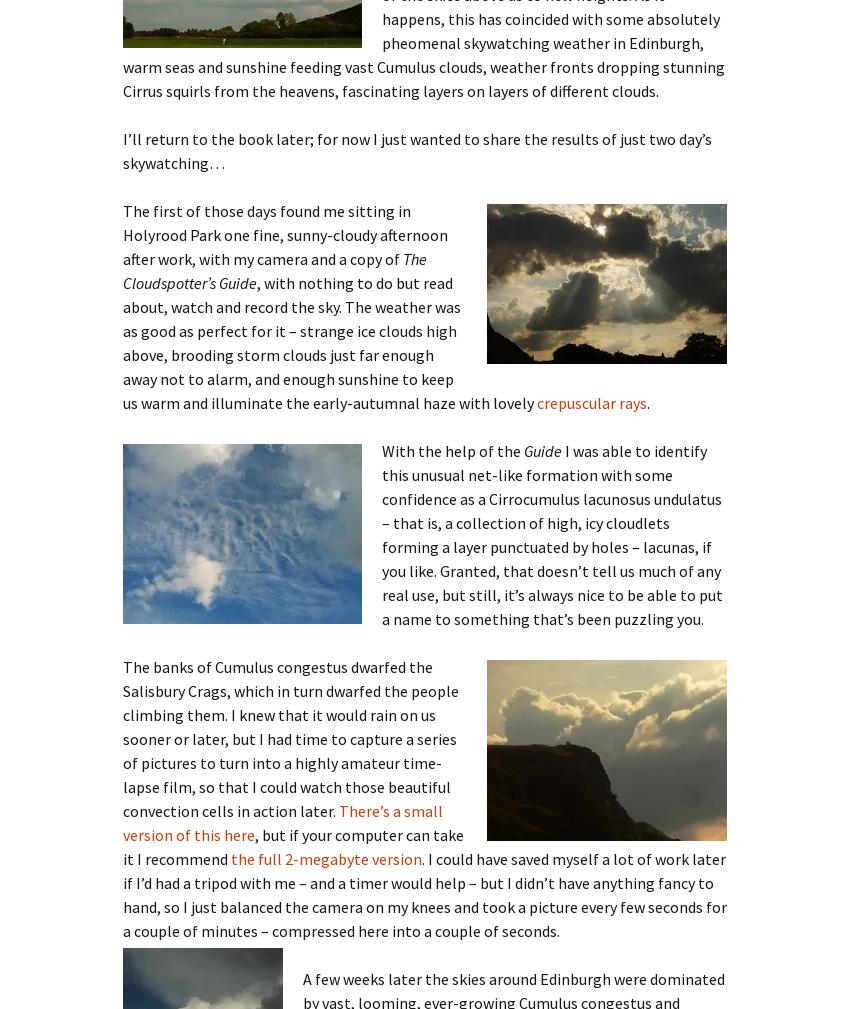 The image size is (850, 1009). What do you see at coordinates (417, 149) in the screenshot?
I see `'I’ll return to the book later; for now I just wanted to share the results of just two day’s skywatching…'` at bounding box center [417, 149].